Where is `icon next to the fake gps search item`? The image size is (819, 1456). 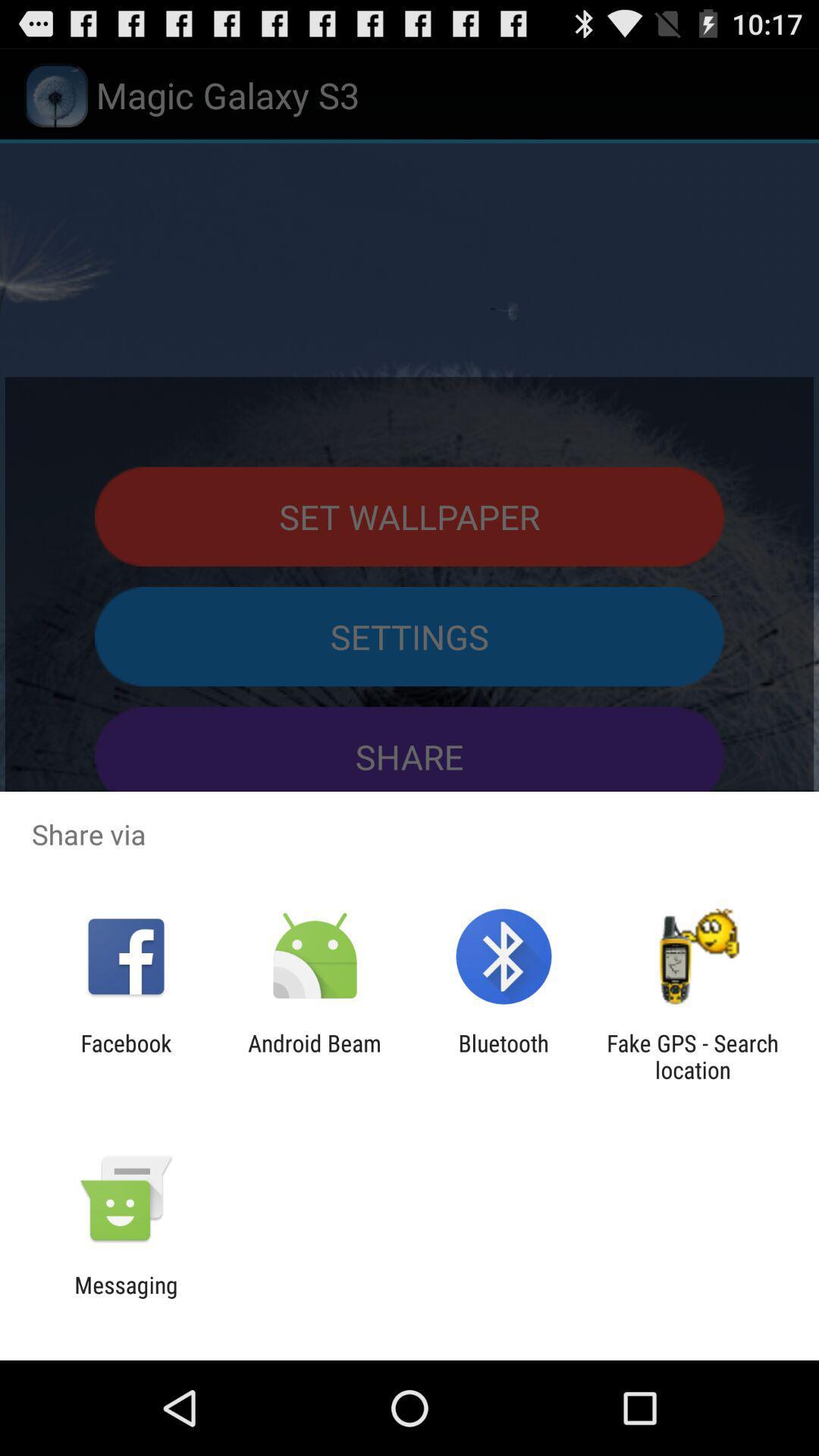
icon next to the fake gps search item is located at coordinates (504, 1056).